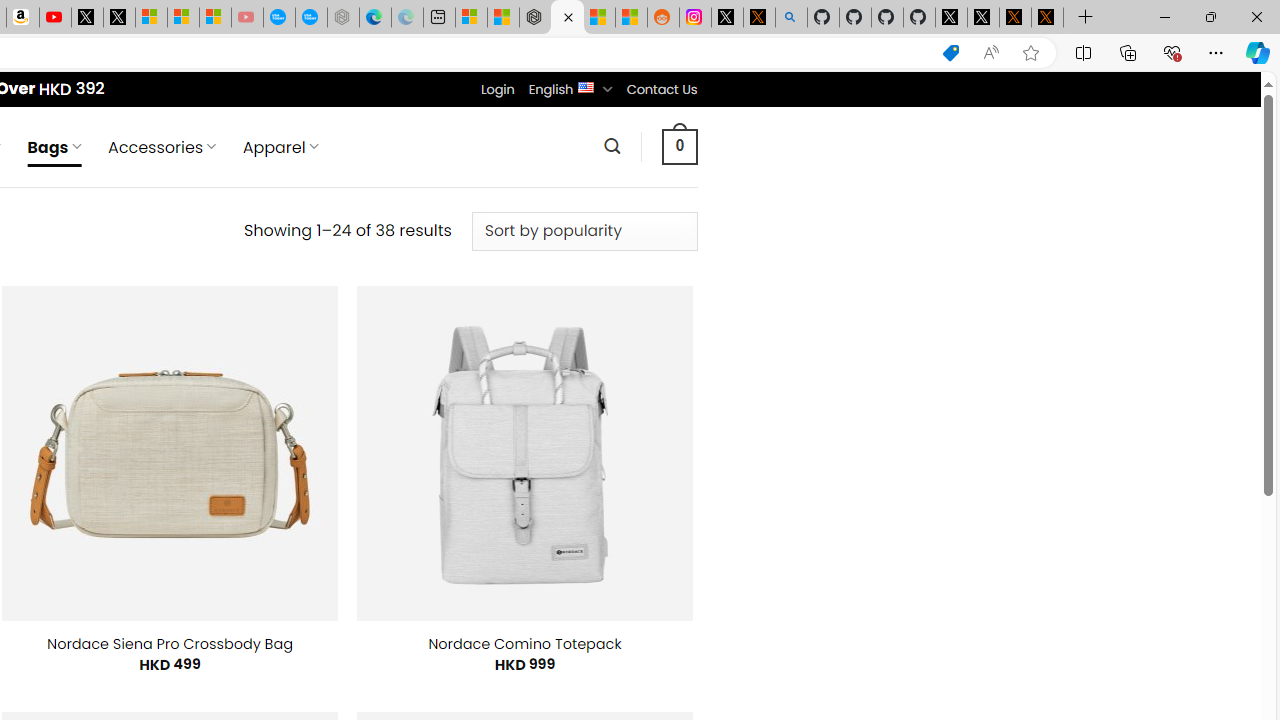  What do you see at coordinates (246, 17) in the screenshot?
I see `'Gloom - YouTube - Sleeping'` at bounding box center [246, 17].